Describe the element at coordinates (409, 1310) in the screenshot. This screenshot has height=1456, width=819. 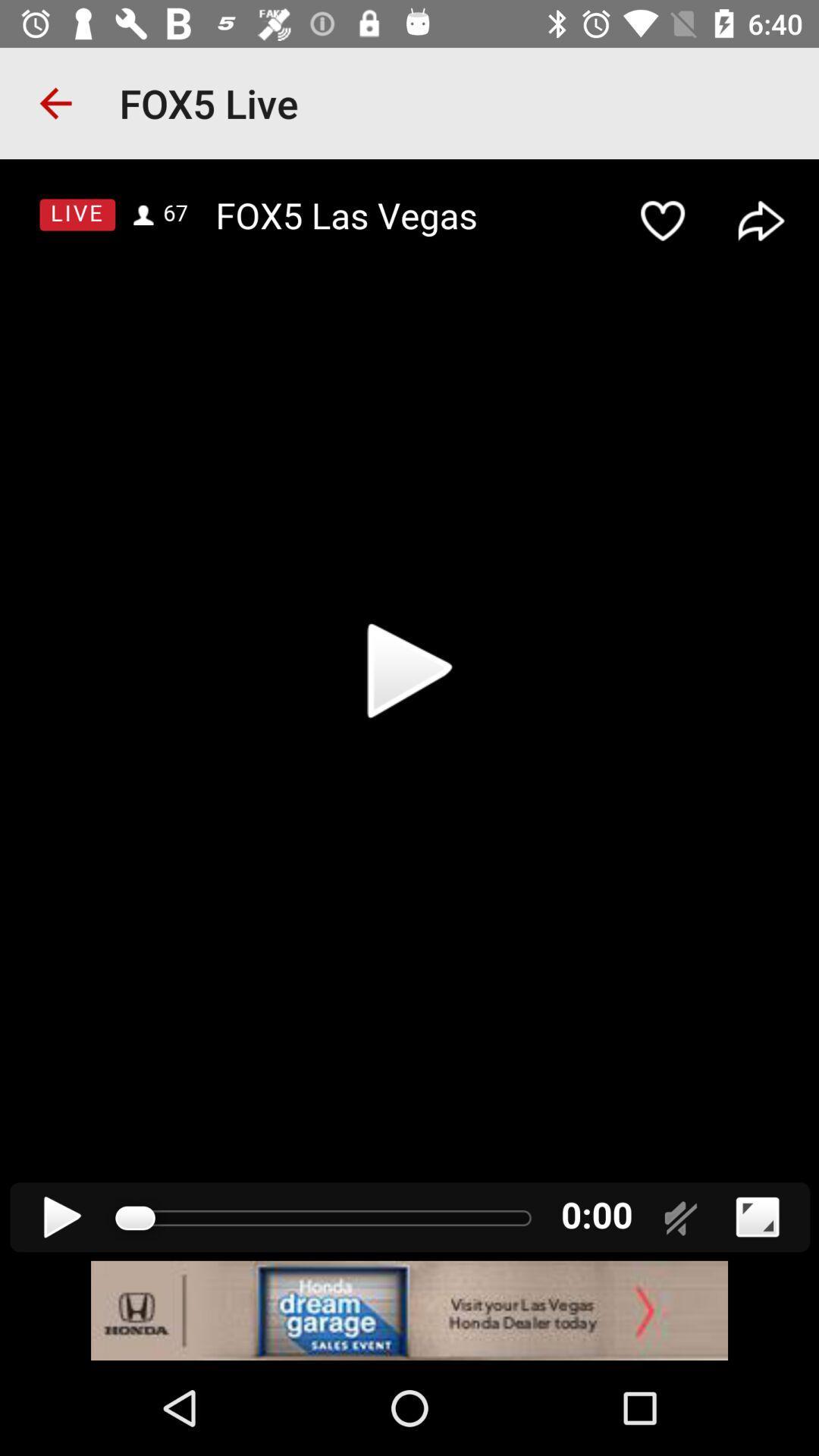
I see `advertisement` at that location.